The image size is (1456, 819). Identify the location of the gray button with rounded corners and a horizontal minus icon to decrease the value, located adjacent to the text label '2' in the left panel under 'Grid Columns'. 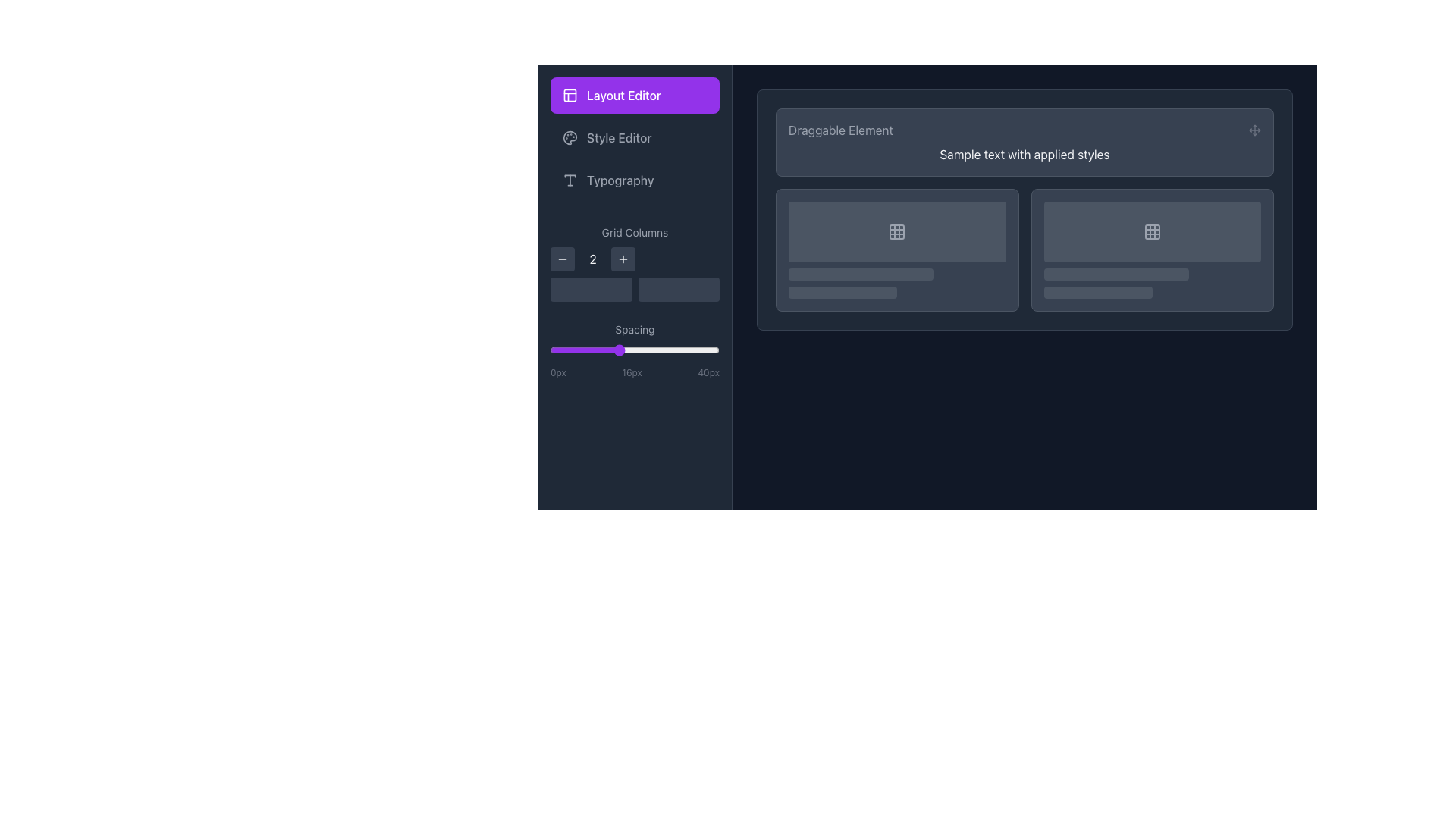
(562, 259).